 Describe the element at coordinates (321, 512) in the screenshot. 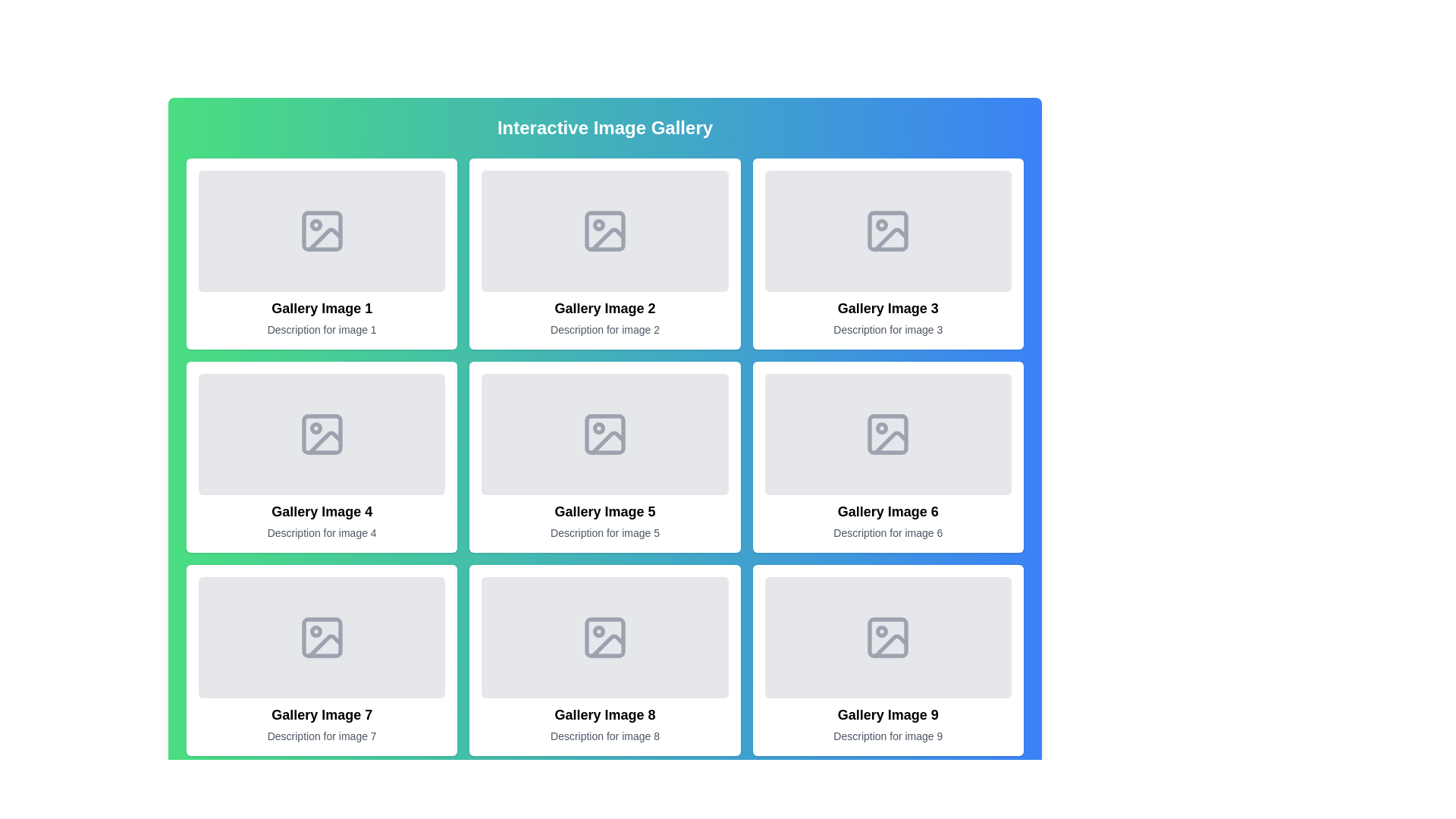

I see `text label 'Gallery Image 4' which is styled in bold and slightly larger font, located in the fourth card of a 3x3 grid, directly under an image placeholder` at that location.